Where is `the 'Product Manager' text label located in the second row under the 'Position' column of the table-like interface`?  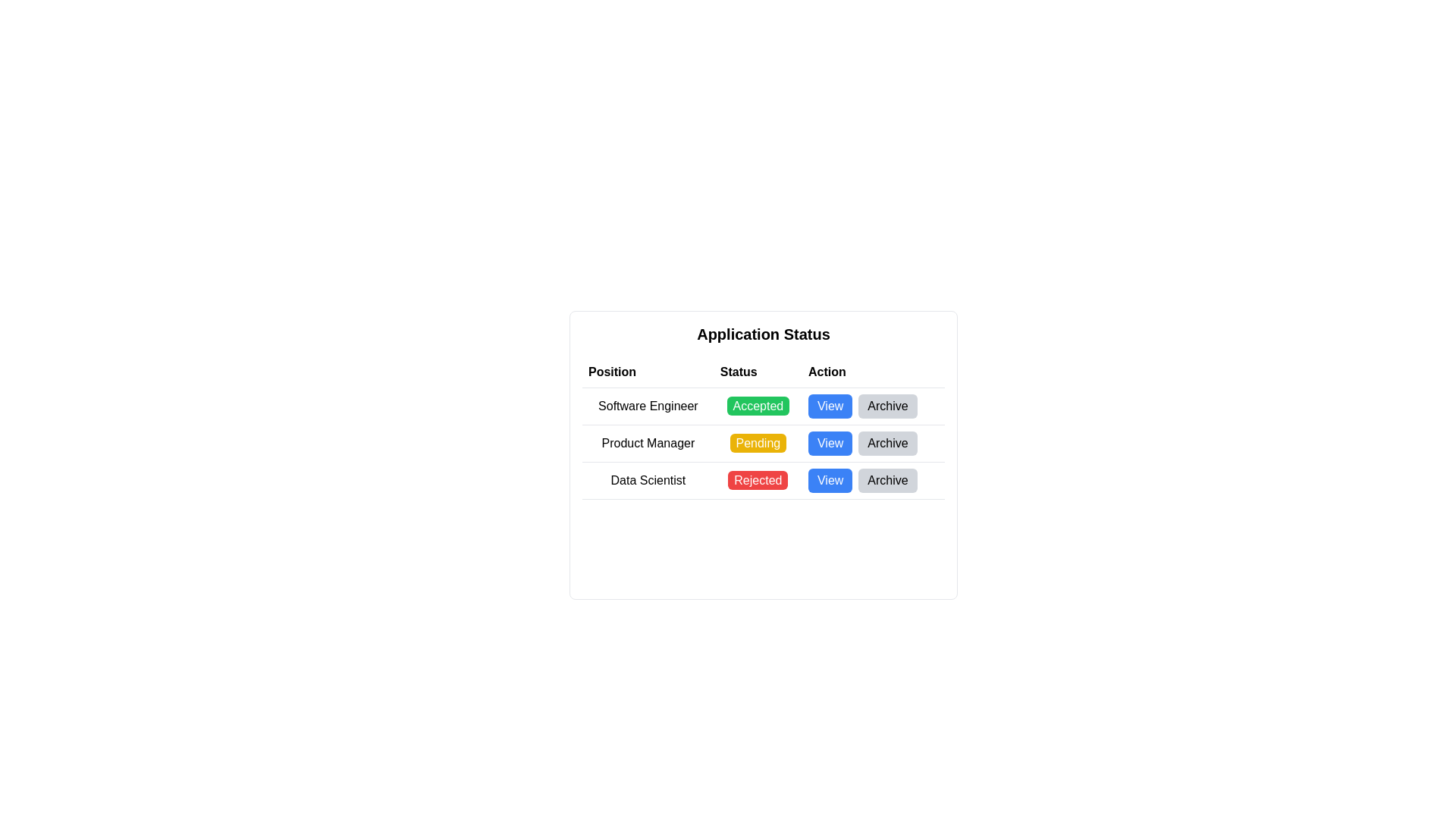
the 'Product Manager' text label located in the second row under the 'Position' column of the table-like interface is located at coordinates (648, 444).